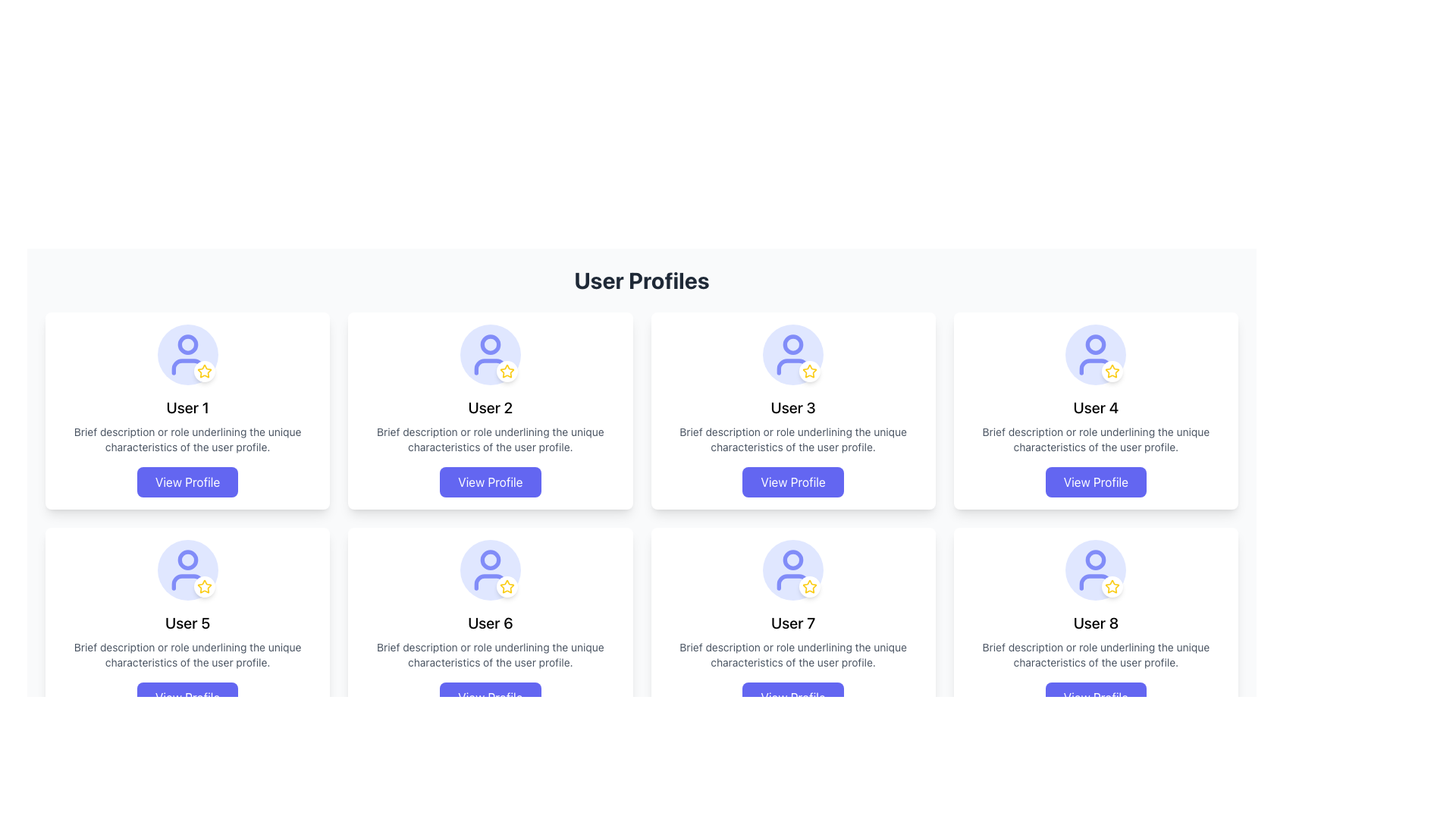 This screenshot has height=819, width=1456. I want to click on the 'View Profile' button, which is a rectangular button with white text on an indigo background, located at the bottom of the user card for 'User 1', so click(187, 482).